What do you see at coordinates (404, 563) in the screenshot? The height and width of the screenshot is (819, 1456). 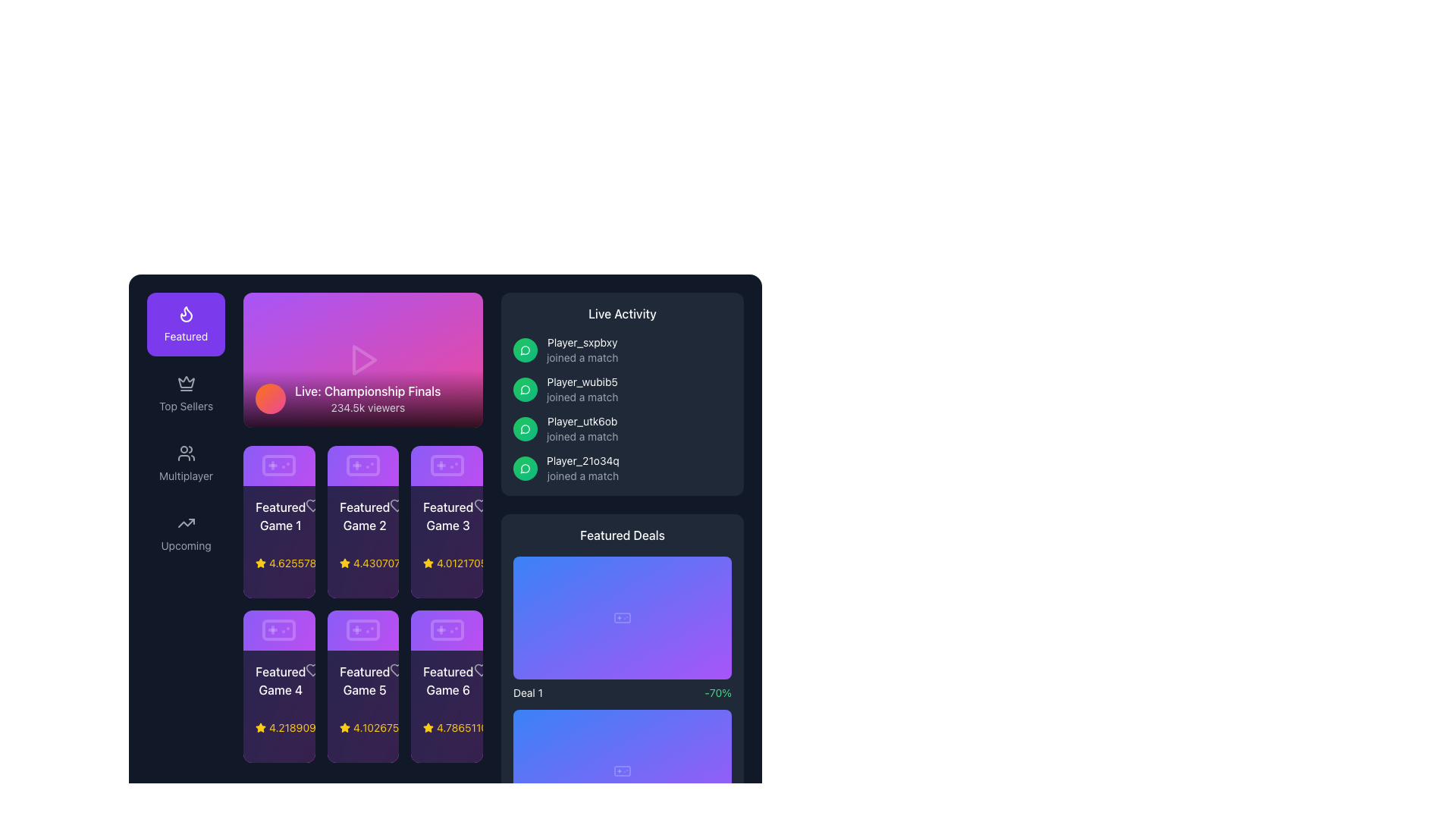 I see `the static text displaying the rating '4.430707725342142' which is styled in yellow and positioned next to a star icon in the featured games section` at bounding box center [404, 563].